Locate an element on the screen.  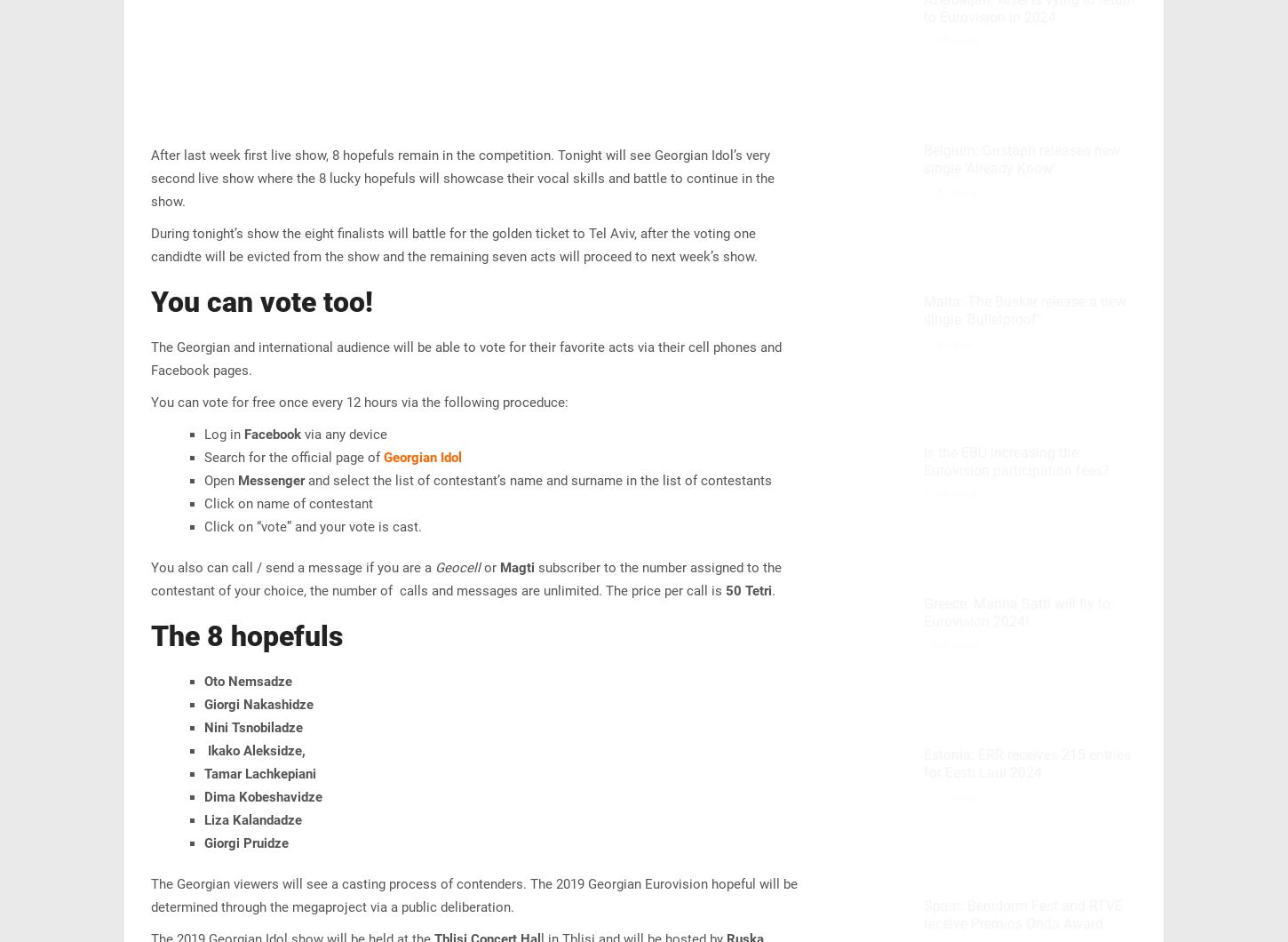
'Log in' is located at coordinates (203, 433).